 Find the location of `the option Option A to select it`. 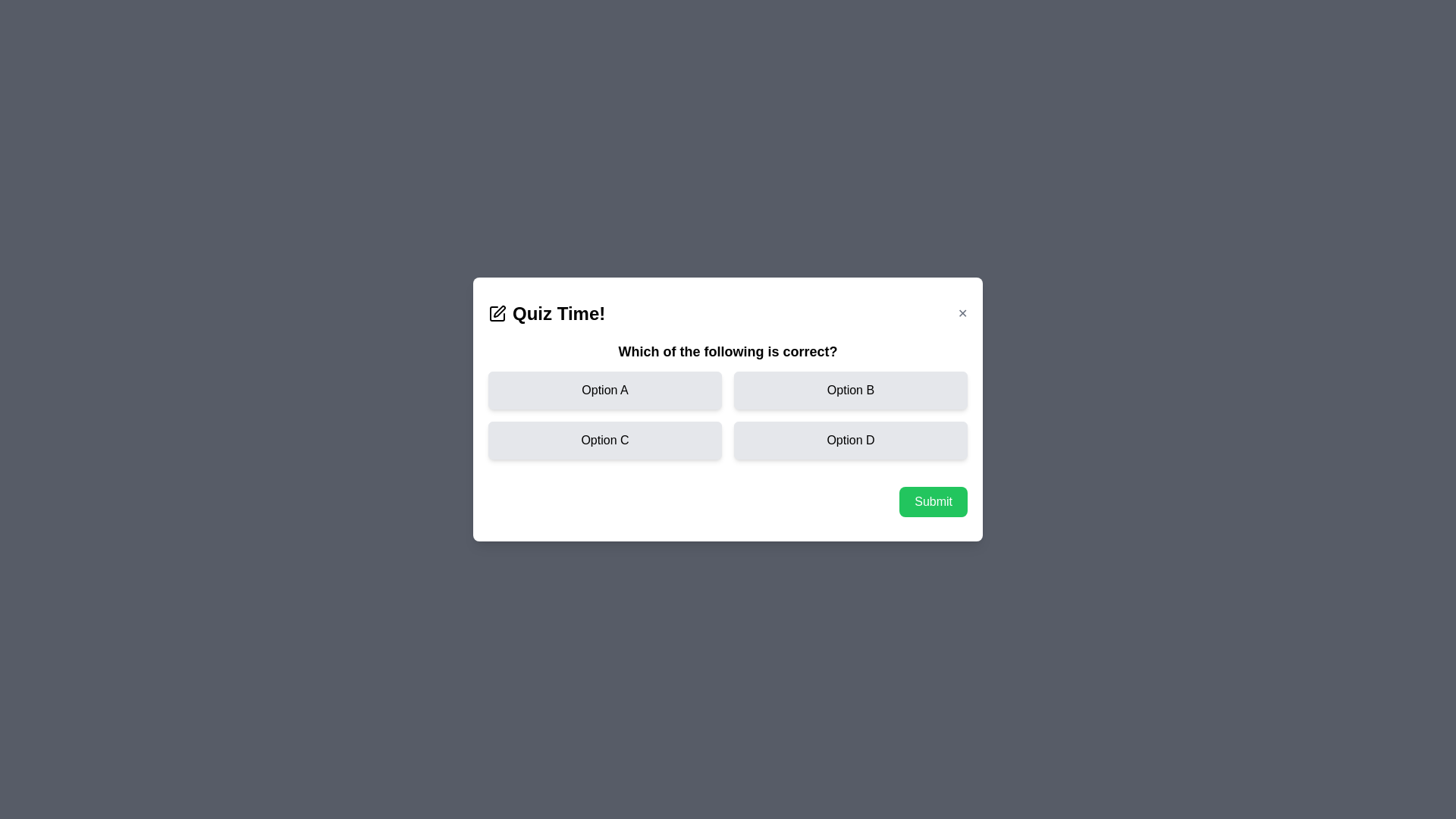

the option Option A to select it is located at coordinates (604, 390).